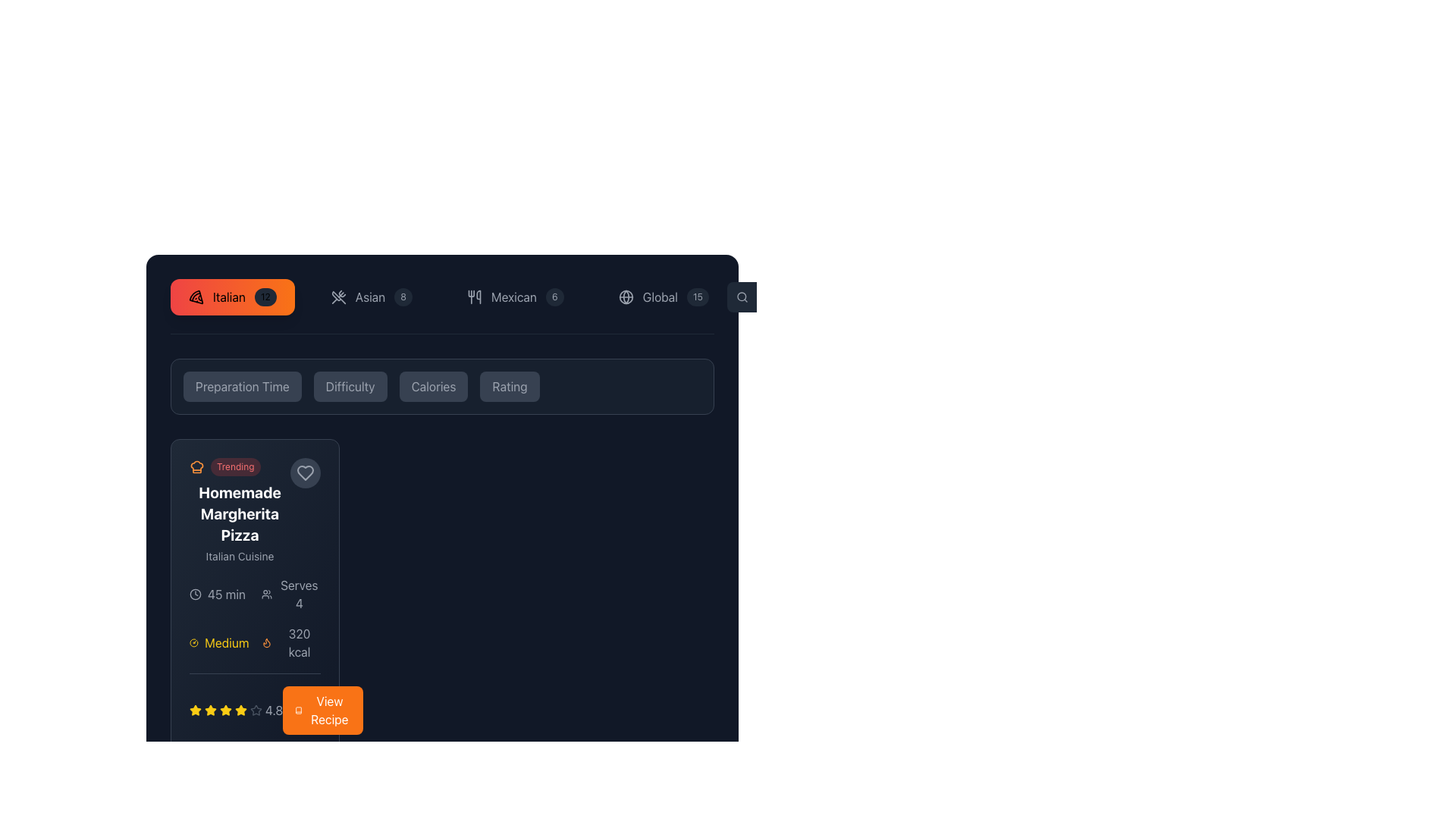 The image size is (1456, 819). I want to click on the text label within the clickable button located at the lower-right corner of the recipe card, so click(328, 711).